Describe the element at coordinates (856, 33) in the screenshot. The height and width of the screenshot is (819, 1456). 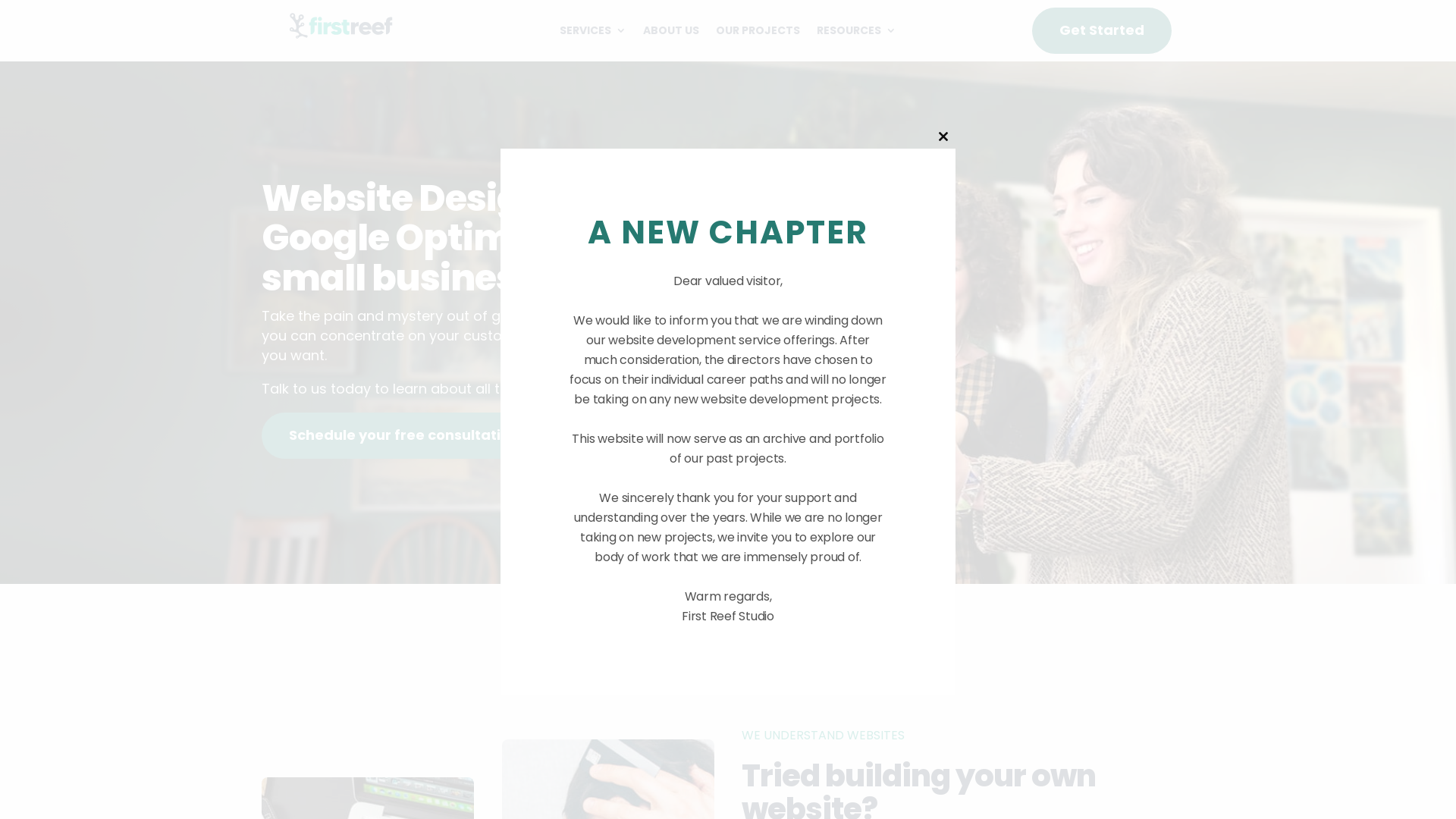
I see `'RESOURCES'` at that location.